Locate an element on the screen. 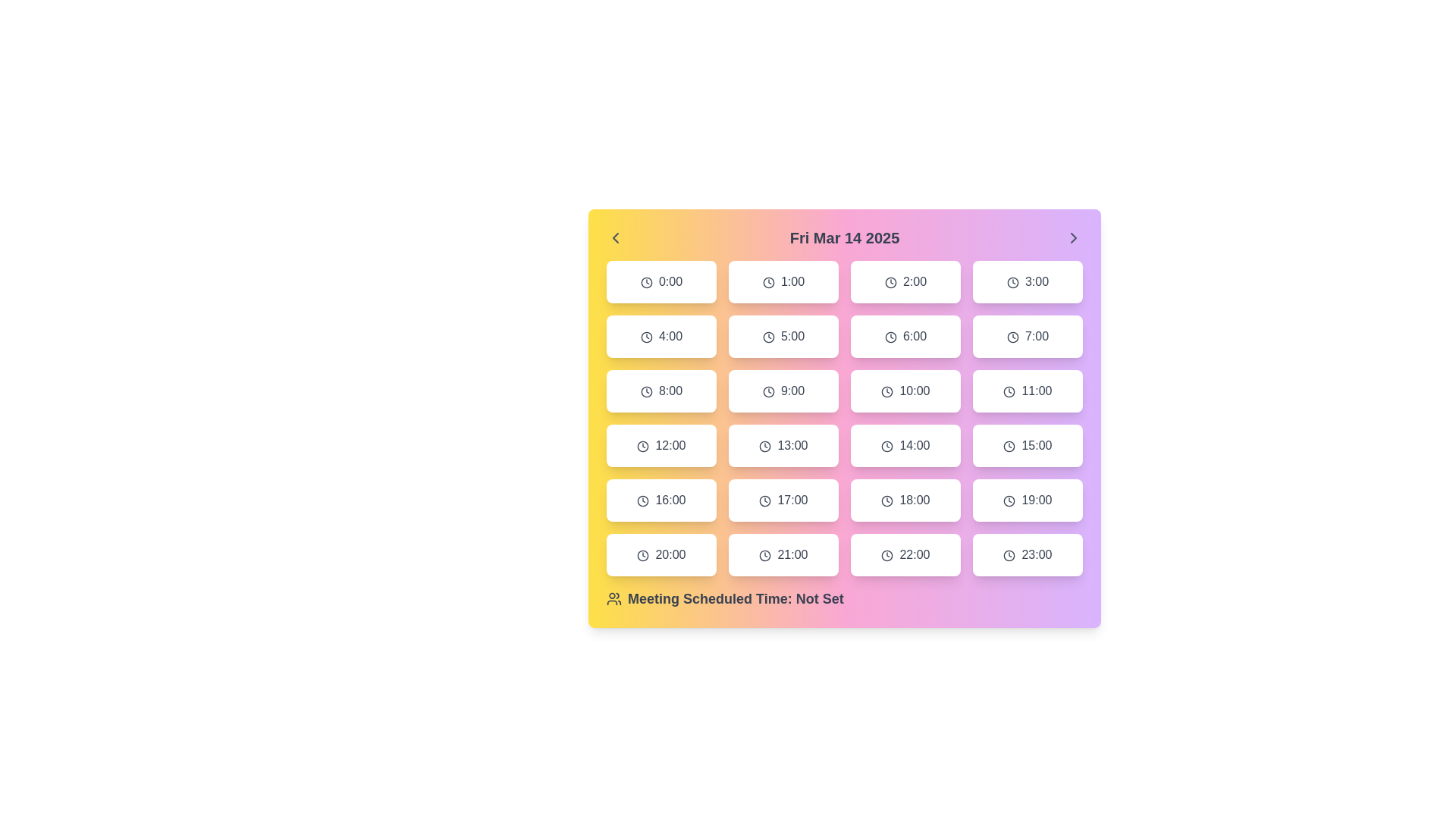 The width and height of the screenshot is (1456, 819). the button for the time slot of 19:00 (7:00 PM) positioned in the fifth column of the fourth row in a 6x4 grid layout to trigger visual feedback is located at coordinates (1028, 500).